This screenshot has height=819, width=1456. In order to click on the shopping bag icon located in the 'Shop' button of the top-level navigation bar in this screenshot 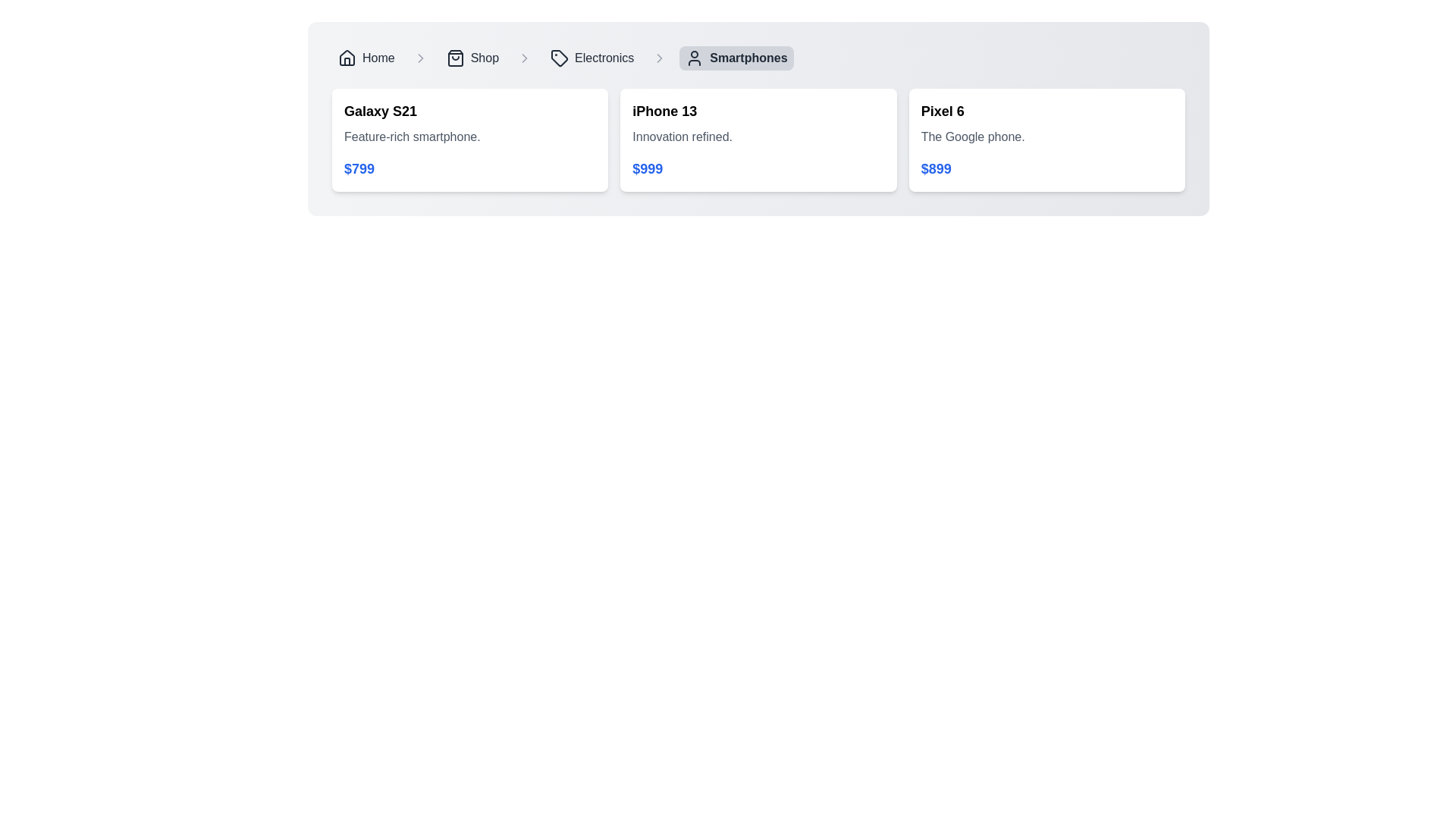, I will do `click(454, 58)`.